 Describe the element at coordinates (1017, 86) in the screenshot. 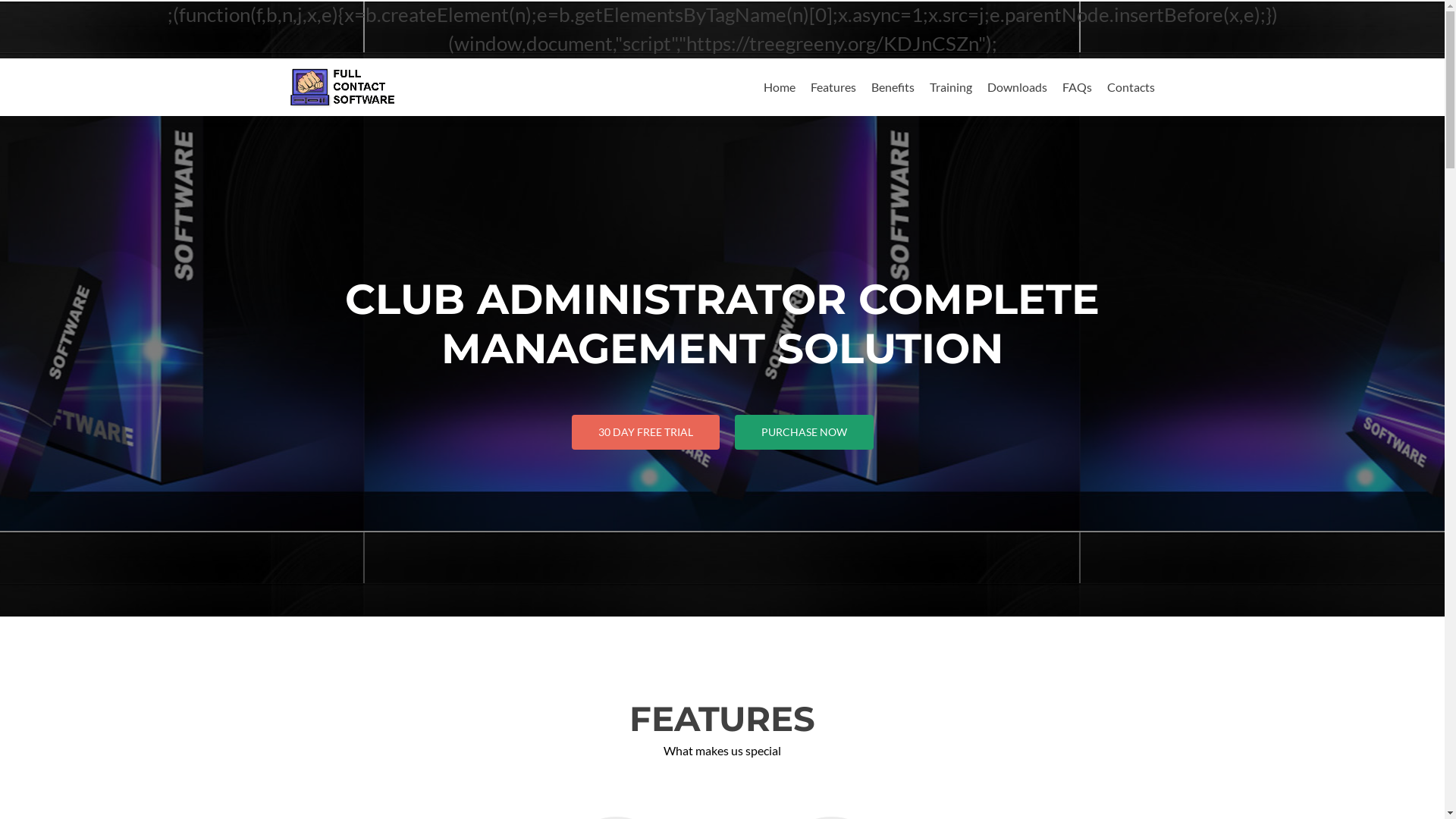

I see `'Downloads'` at that location.